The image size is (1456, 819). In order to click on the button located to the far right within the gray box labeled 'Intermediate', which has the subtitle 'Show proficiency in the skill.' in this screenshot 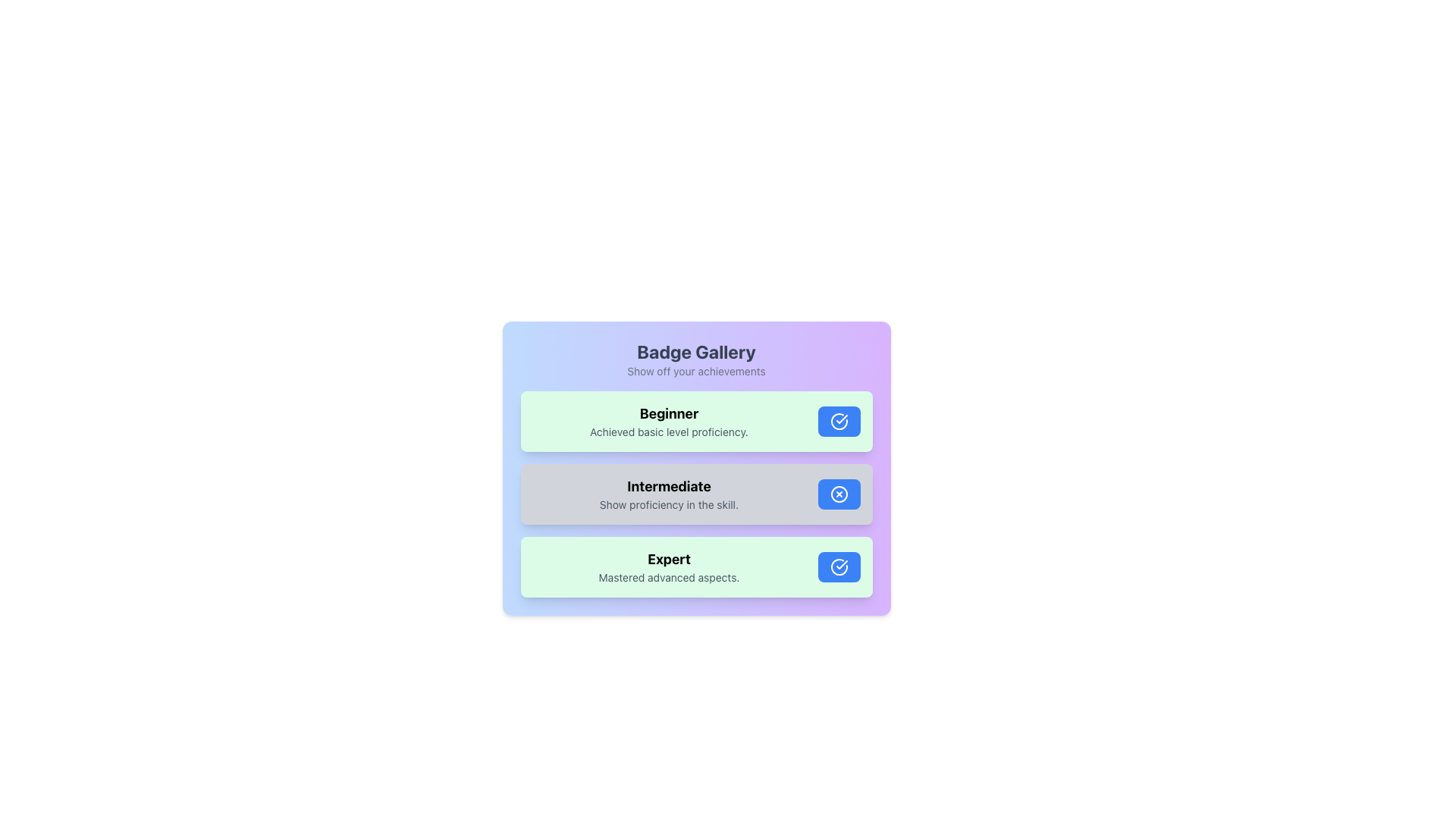, I will do `click(838, 494)`.